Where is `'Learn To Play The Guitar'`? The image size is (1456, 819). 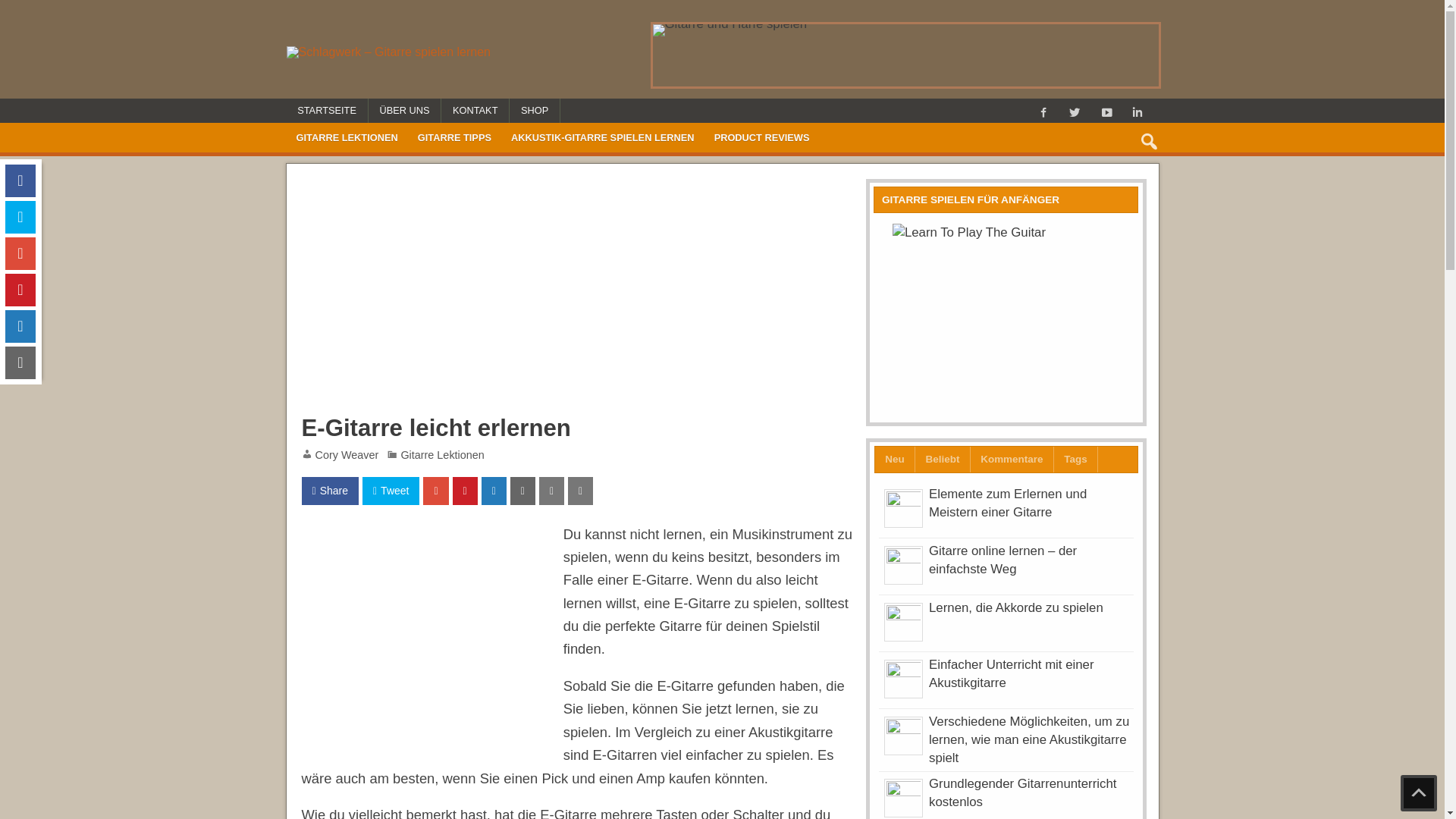
'Learn To Play The Guitar' is located at coordinates (892, 318).